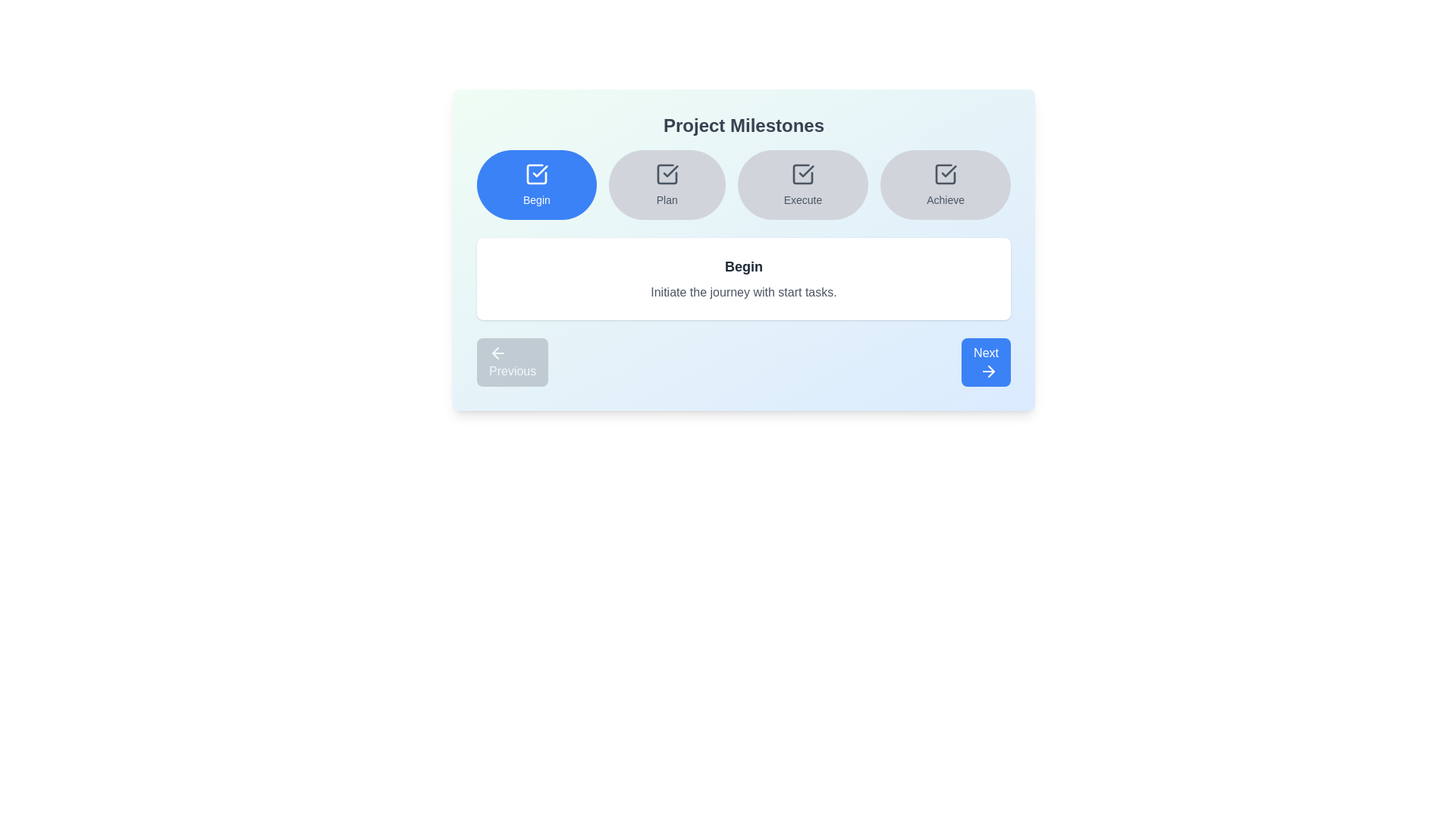 The height and width of the screenshot is (819, 1456). What do you see at coordinates (805, 171) in the screenshot?
I see `the milestone status icon indicating 'Execute', located in the third position of a horizontal series of four buttons` at bounding box center [805, 171].